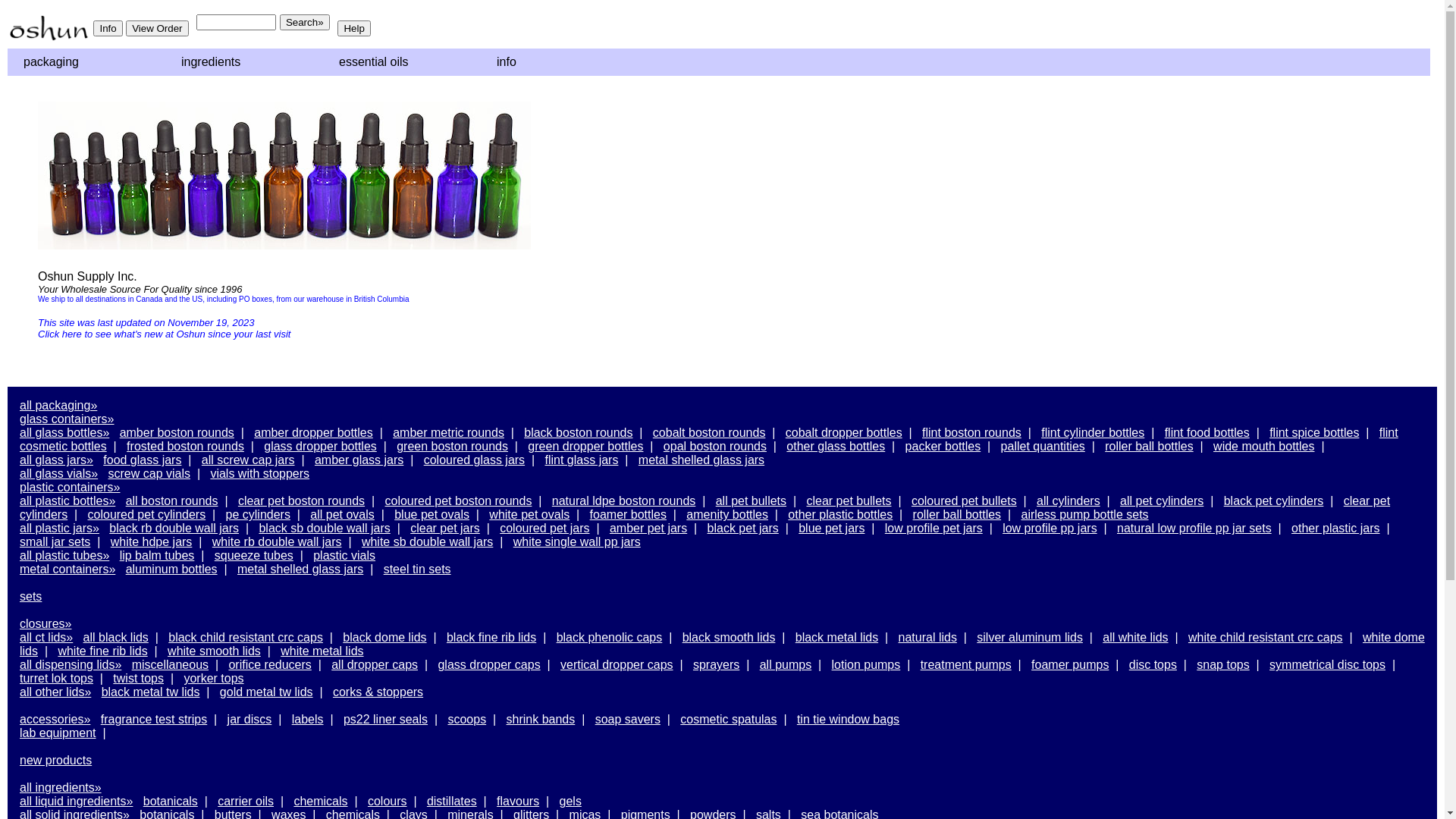  Describe the element at coordinates (576, 541) in the screenshot. I see `'white single wall pp jars'` at that location.